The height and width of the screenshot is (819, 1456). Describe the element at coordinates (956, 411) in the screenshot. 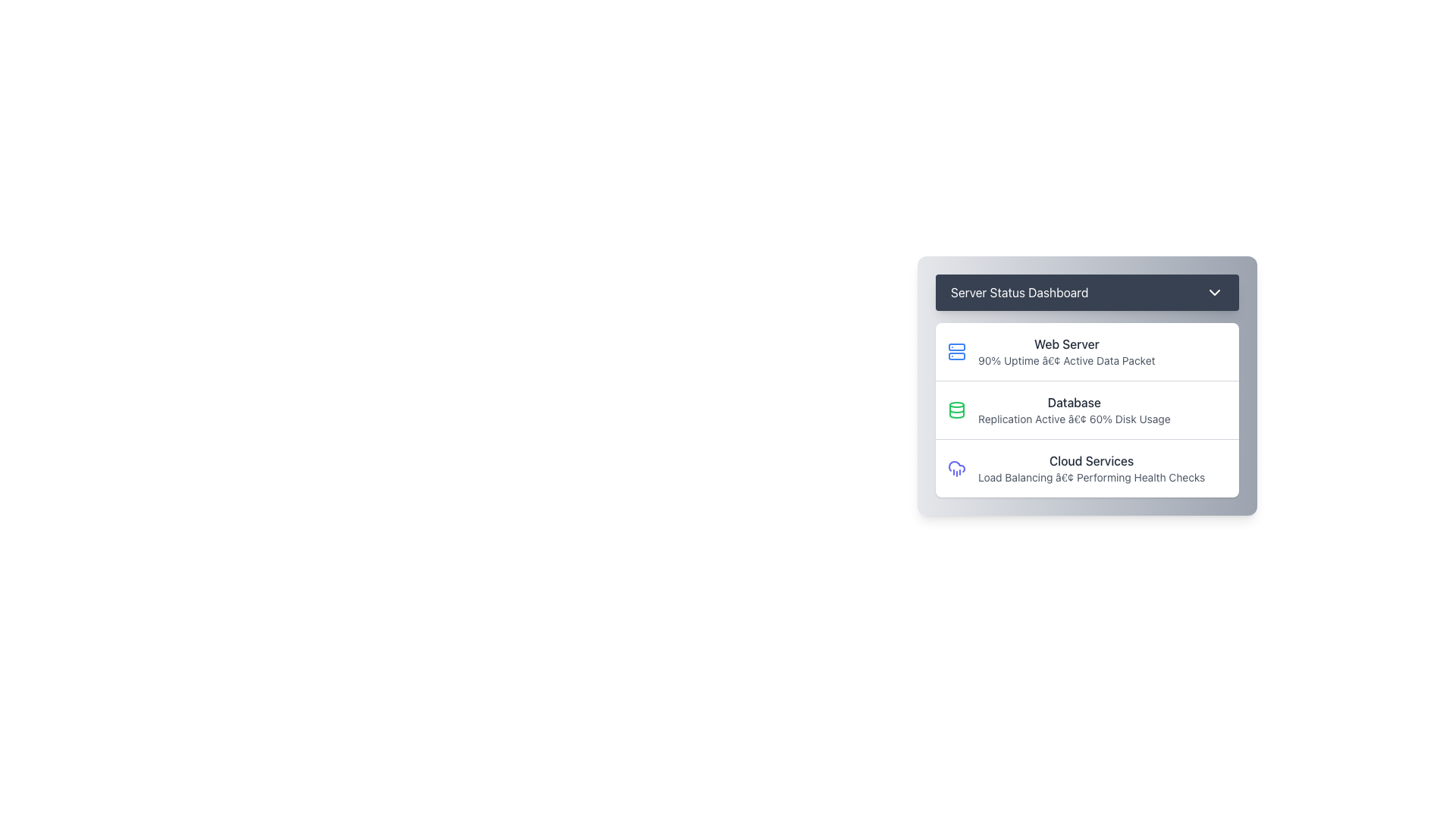

I see `the central cylindrical section of the database icon in the 'Server Status Dashboard' to visually indicate interaction with this graphical UI component` at that location.